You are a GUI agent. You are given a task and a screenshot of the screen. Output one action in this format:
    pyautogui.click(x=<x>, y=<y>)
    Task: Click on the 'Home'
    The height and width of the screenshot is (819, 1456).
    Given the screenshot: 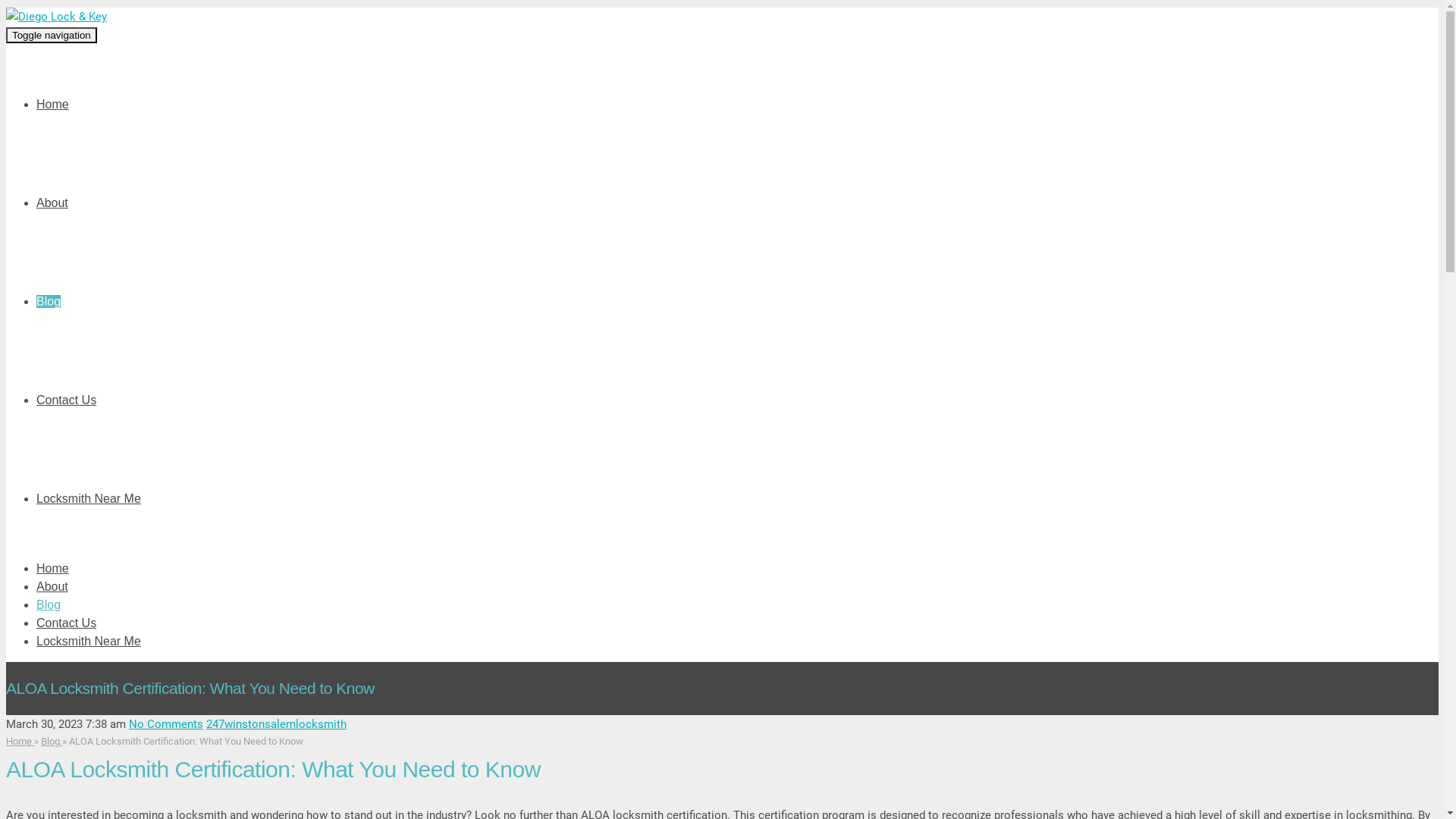 What is the action you would take?
    pyautogui.click(x=52, y=568)
    